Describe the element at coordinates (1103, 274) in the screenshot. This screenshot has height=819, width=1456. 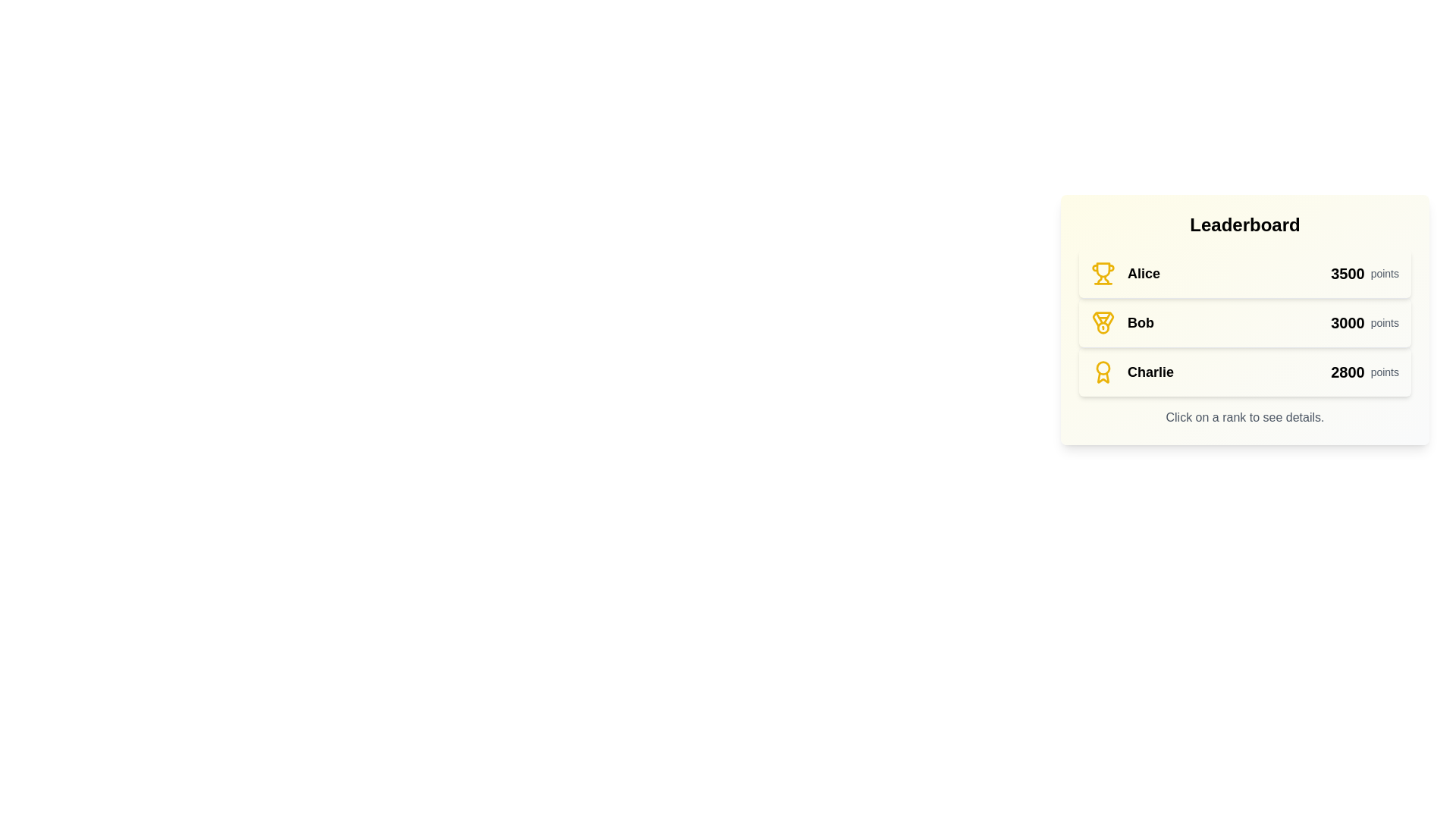
I see `the icon representing rank Alice` at that location.